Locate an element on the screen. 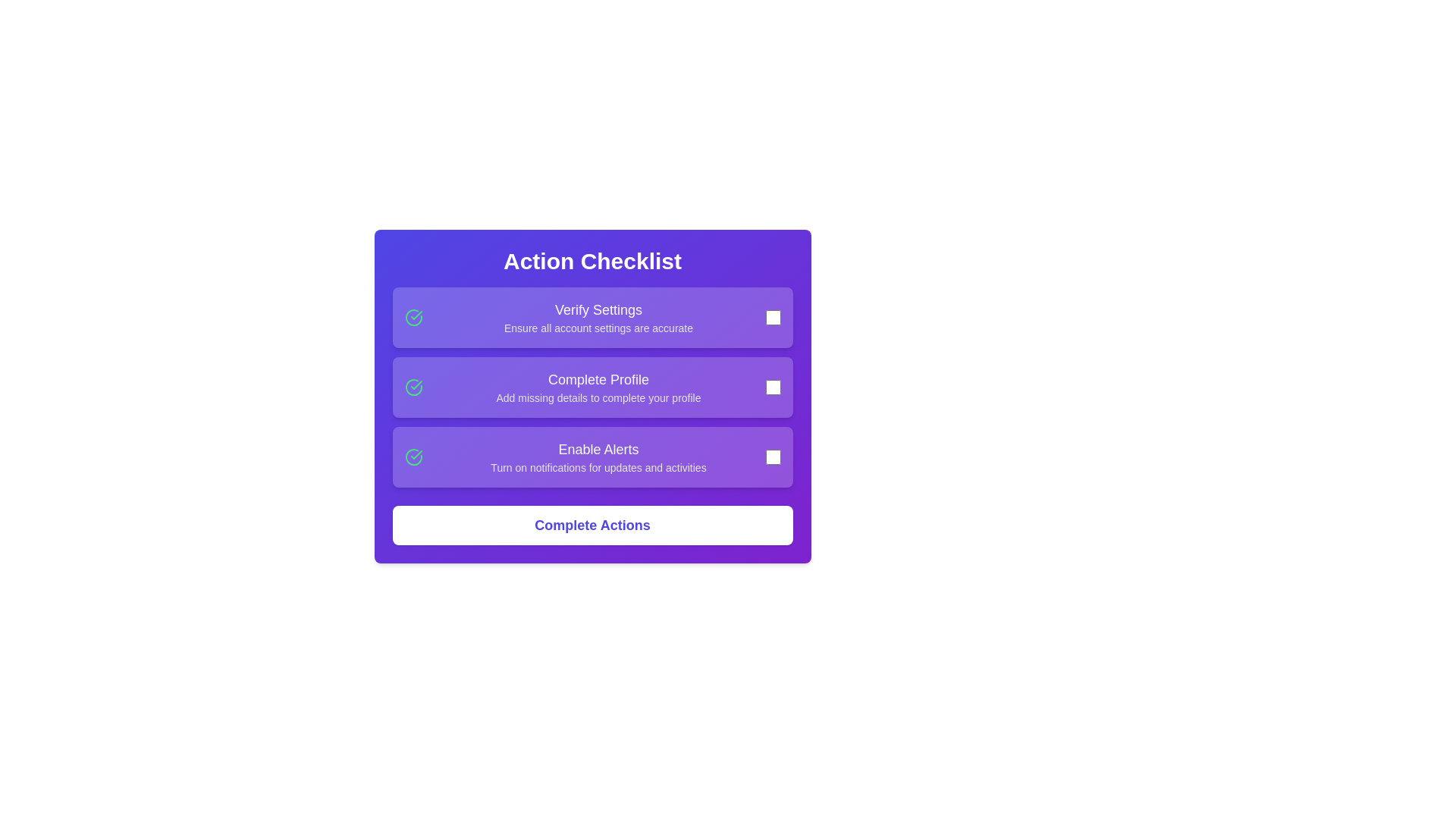  the 'Complete Actions' button is located at coordinates (591, 525).